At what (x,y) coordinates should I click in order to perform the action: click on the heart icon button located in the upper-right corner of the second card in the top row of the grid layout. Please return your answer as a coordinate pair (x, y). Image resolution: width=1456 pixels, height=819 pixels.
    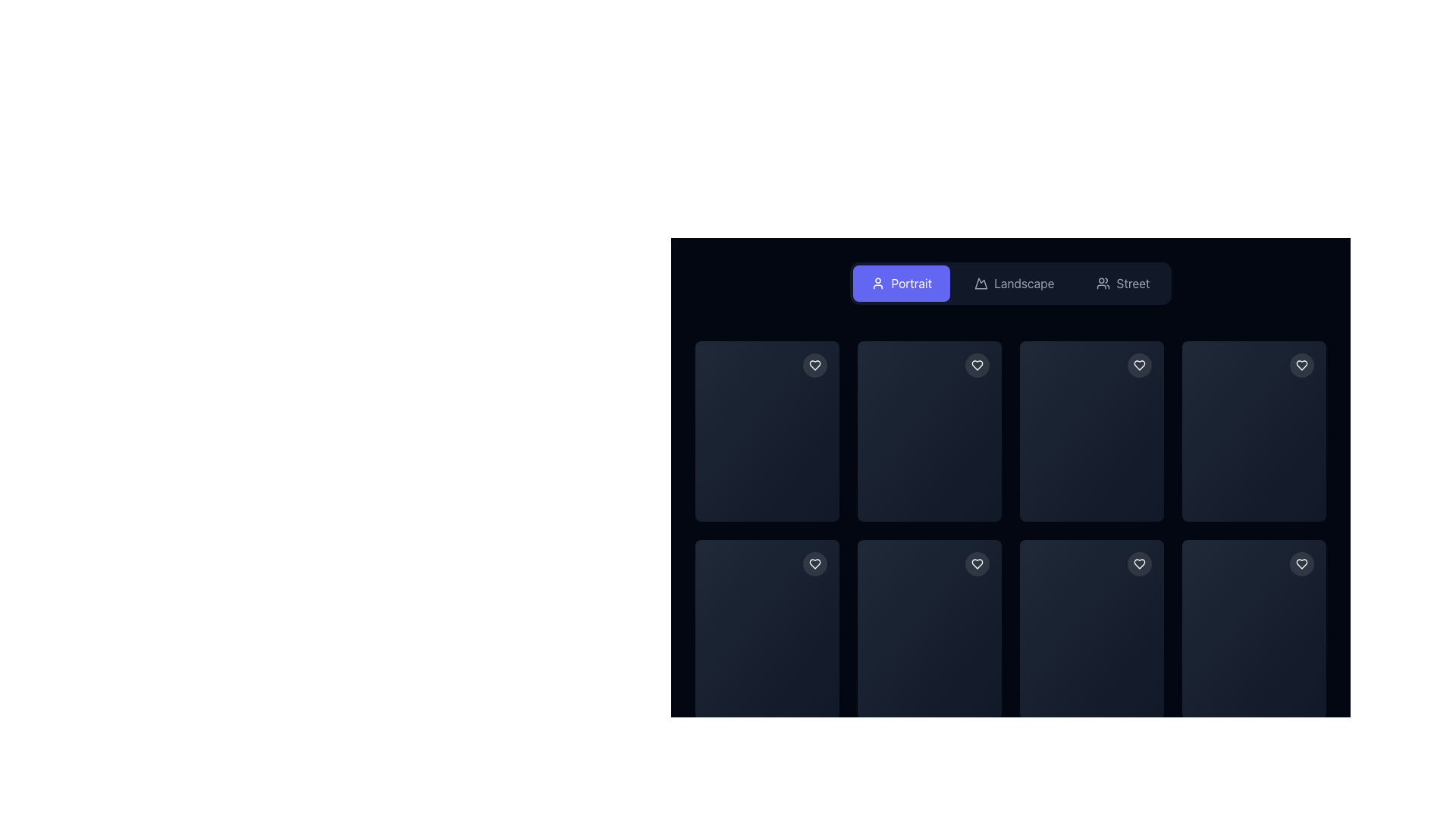
    Looking at the image, I should click on (977, 366).